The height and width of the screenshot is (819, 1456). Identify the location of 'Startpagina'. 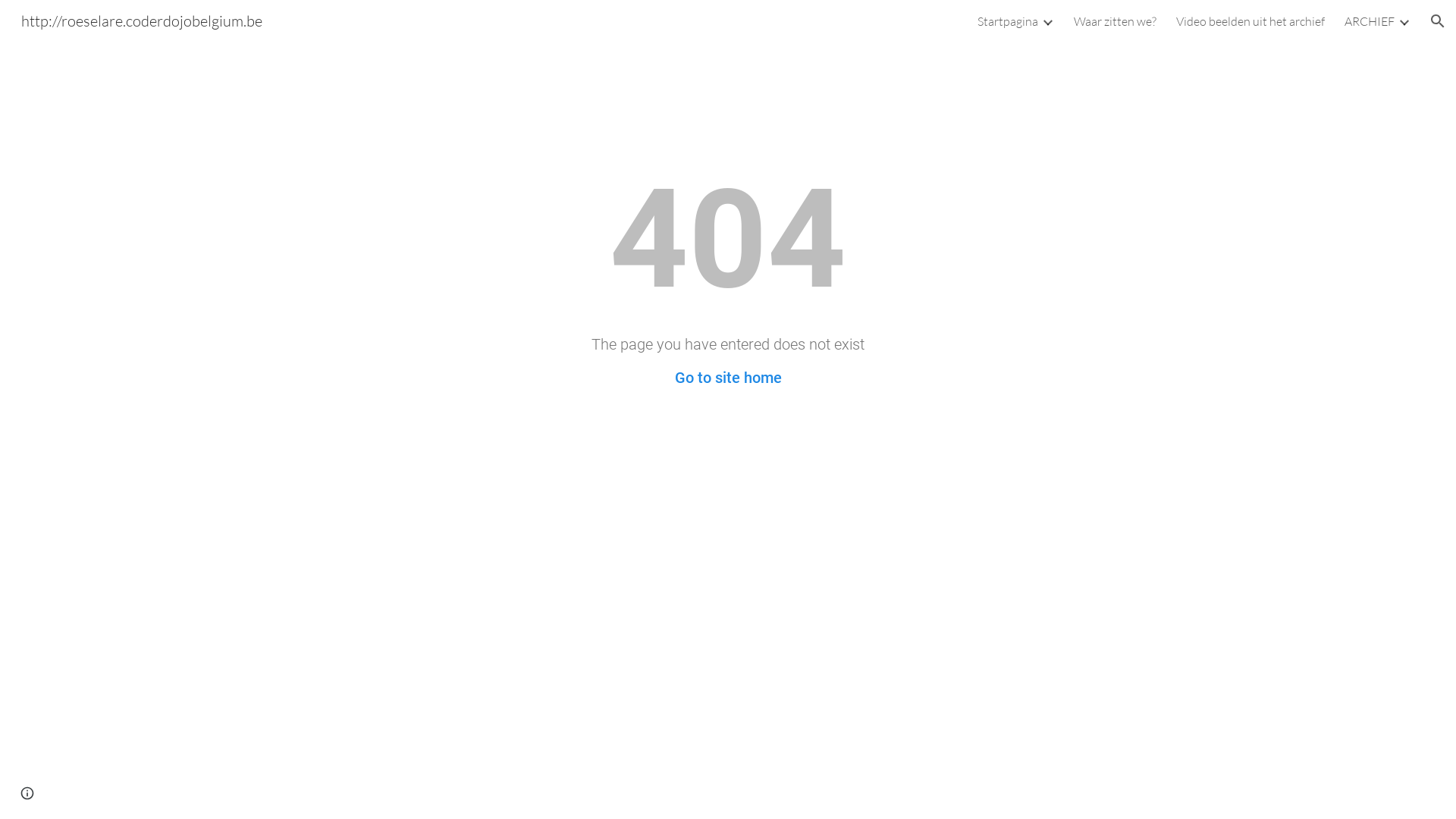
(1008, 20).